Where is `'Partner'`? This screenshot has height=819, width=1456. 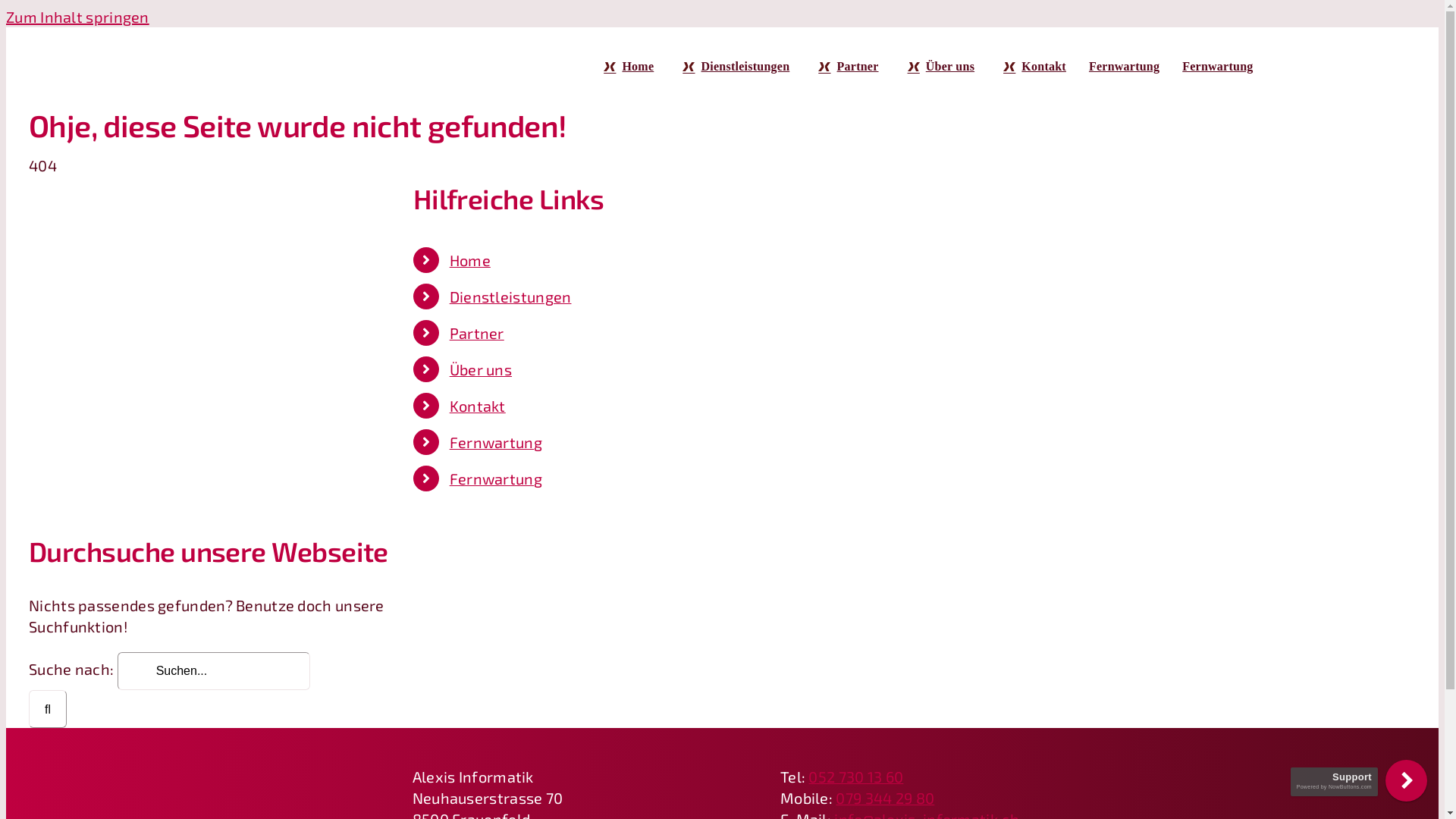
'Partner' is located at coordinates (811, 66).